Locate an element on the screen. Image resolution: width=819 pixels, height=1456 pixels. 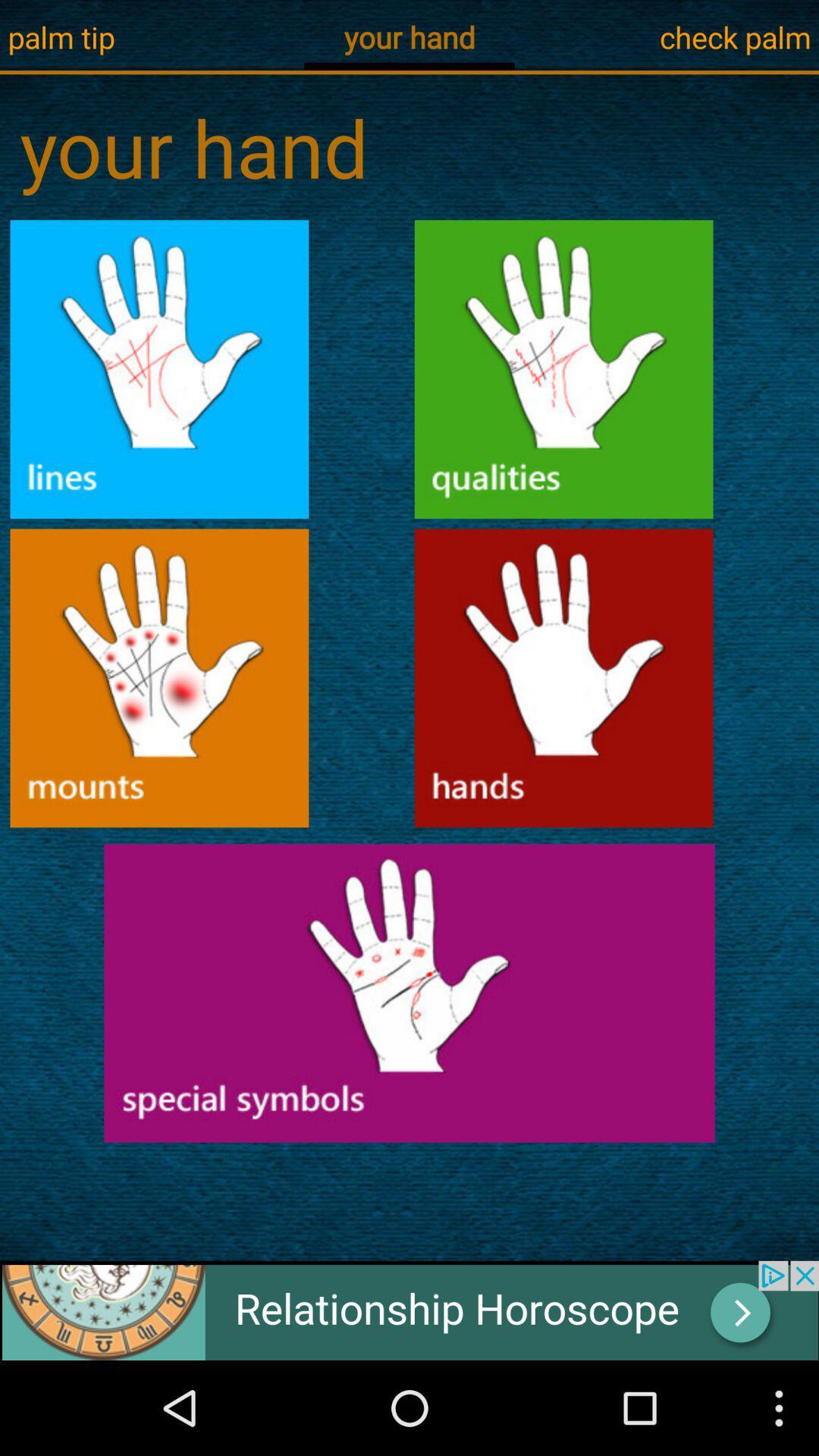
hand lines is located at coordinates (159, 369).